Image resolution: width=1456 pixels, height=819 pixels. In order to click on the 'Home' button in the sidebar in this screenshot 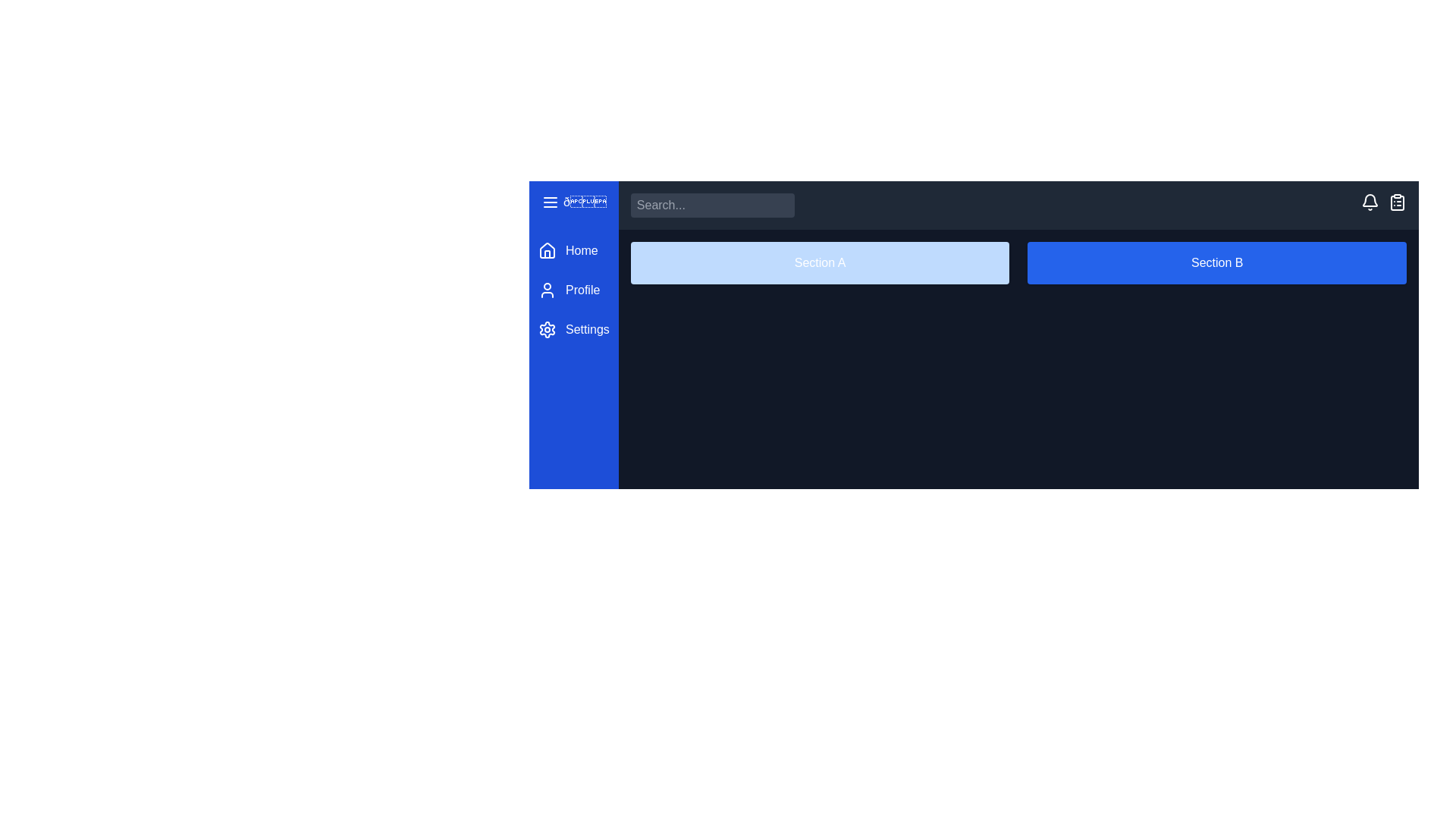, I will do `click(573, 250)`.